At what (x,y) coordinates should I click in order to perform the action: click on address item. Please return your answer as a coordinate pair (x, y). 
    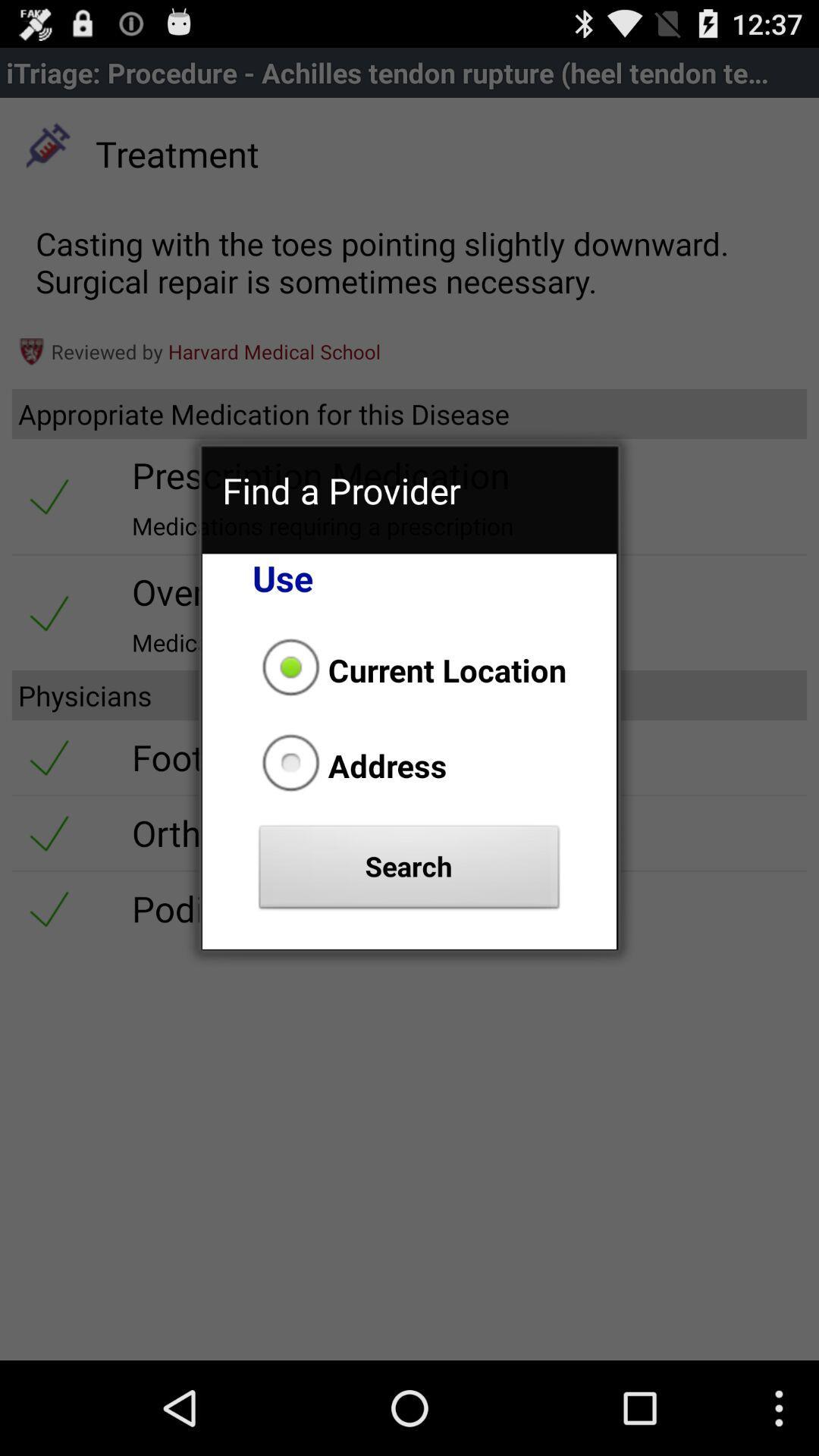
    Looking at the image, I should click on (350, 765).